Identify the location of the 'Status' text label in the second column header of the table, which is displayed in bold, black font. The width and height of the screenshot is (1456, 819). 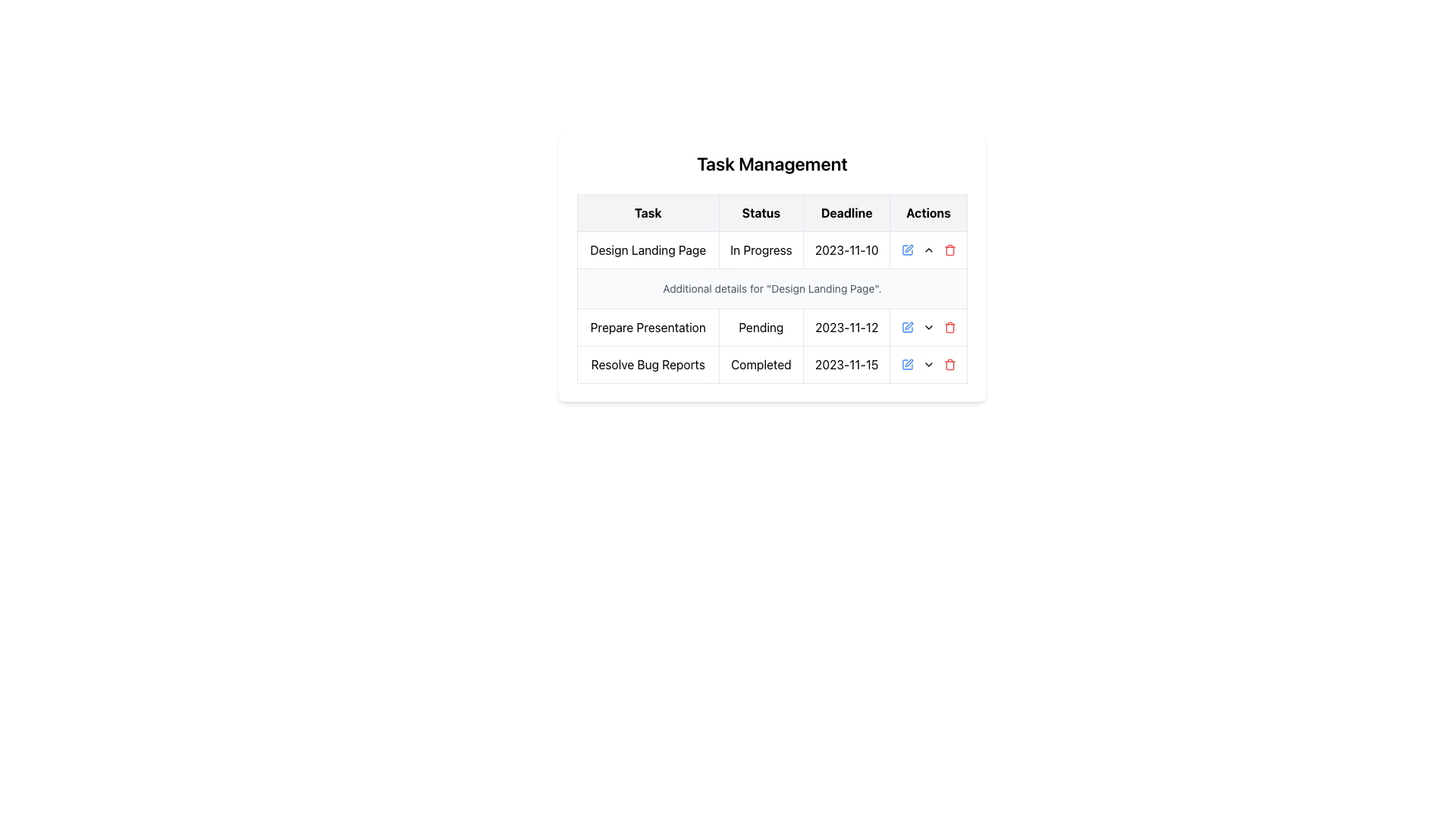
(761, 213).